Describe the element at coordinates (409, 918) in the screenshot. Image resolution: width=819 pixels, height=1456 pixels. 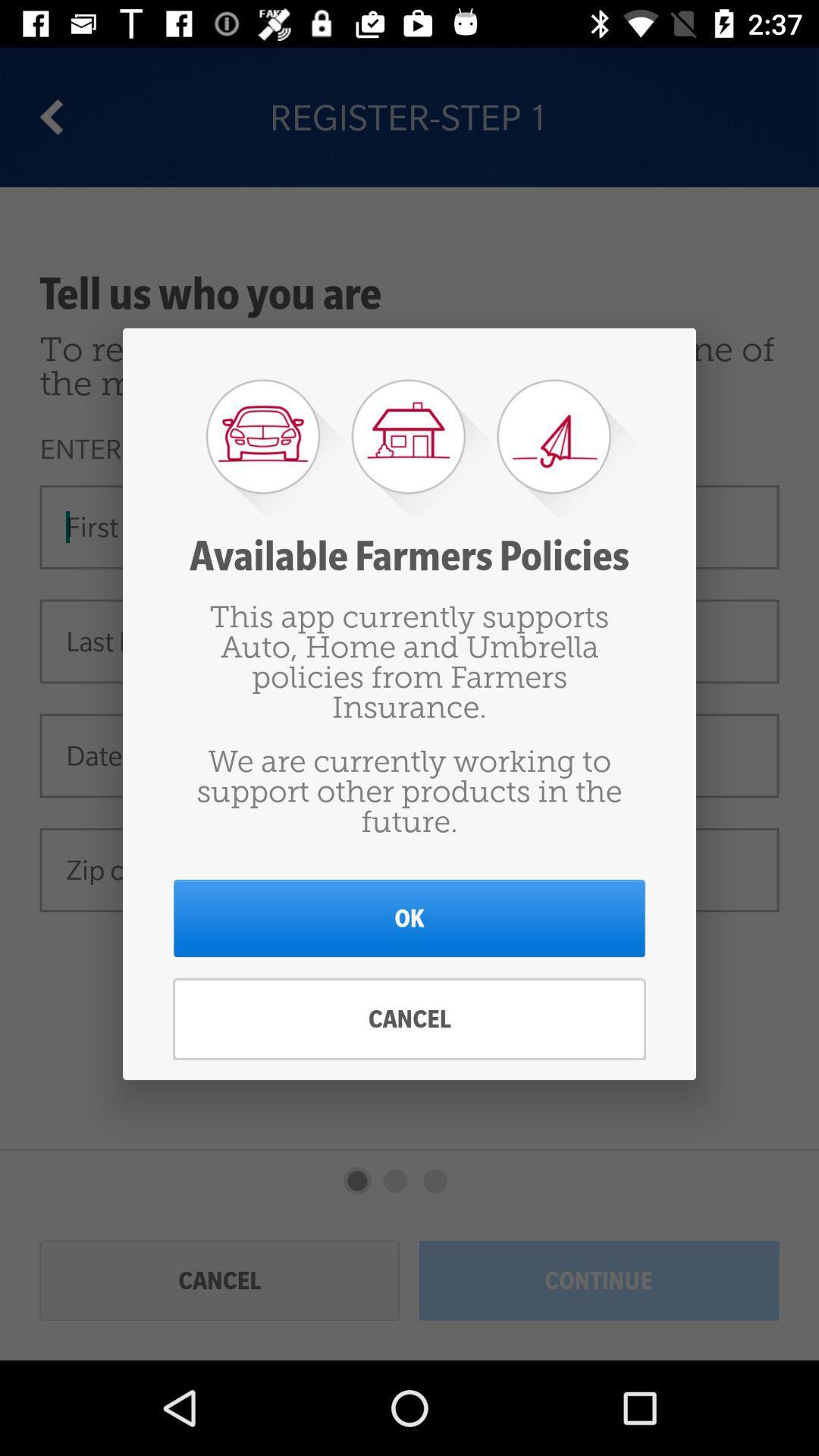
I see `ok item` at that location.